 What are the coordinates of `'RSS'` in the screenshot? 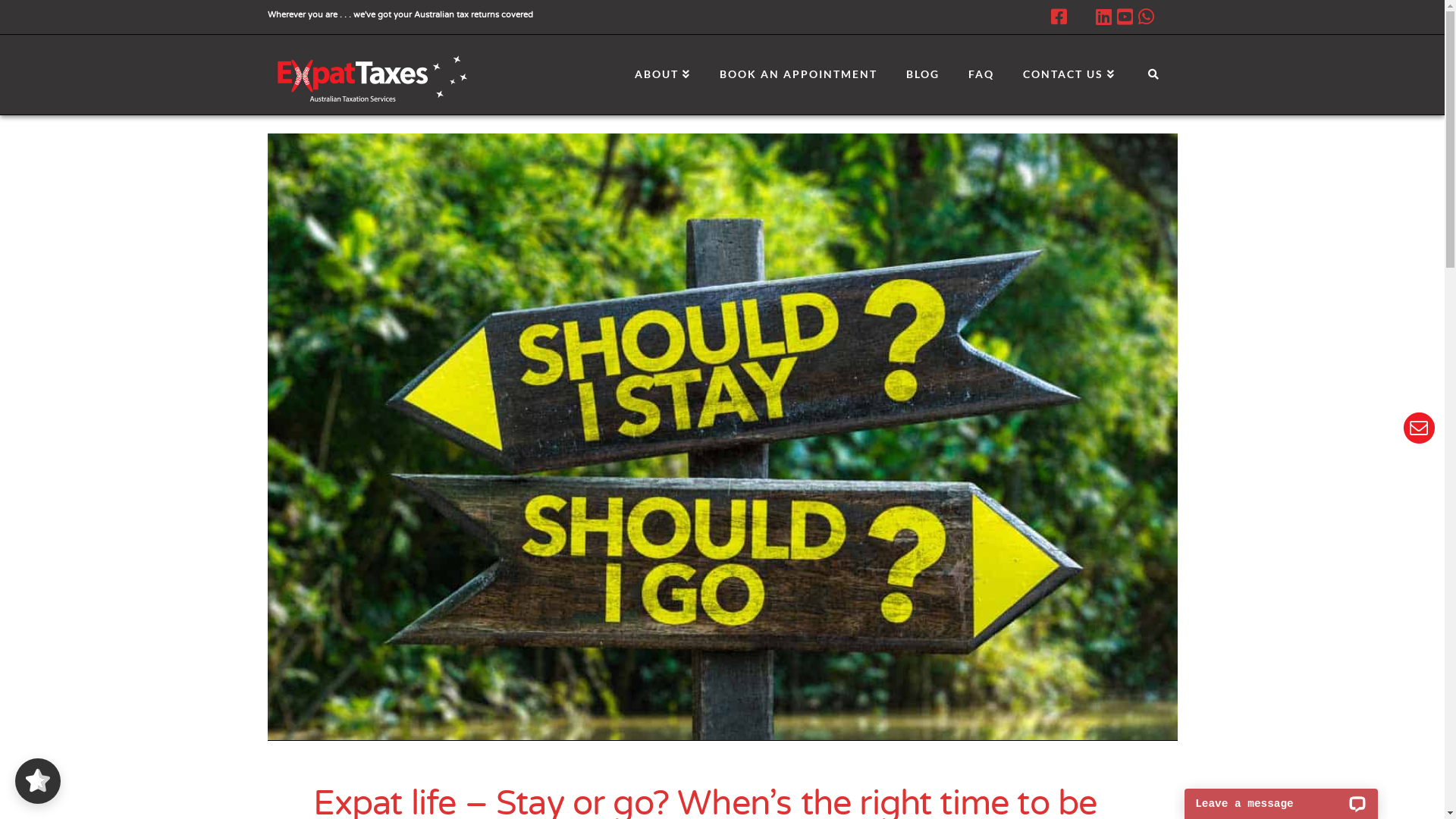 It's located at (1157, 17).